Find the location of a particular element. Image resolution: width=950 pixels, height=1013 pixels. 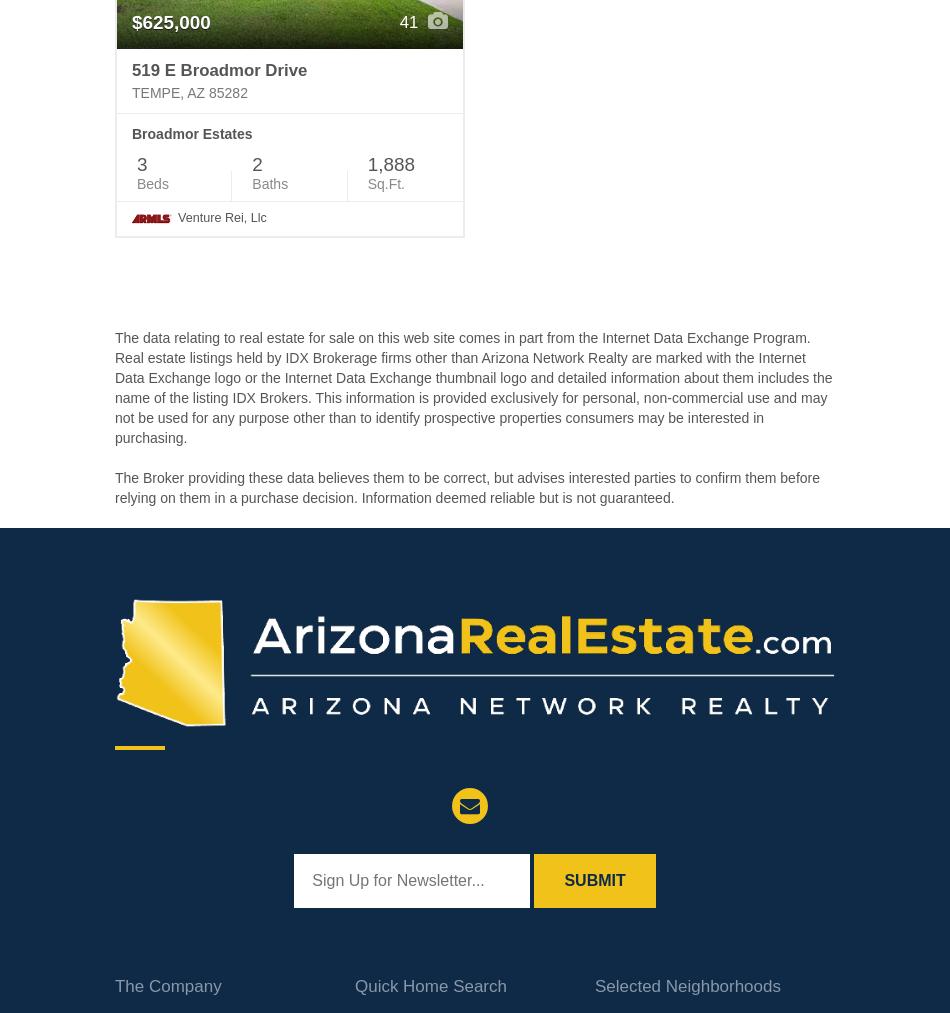

'The Broker providing these data believes them to be correct, but advises interested parties to confirm them before relying 
    on them in a purchase decision. Information deemed reliable but is not guaranteed.' is located at coordinates (466, 486).